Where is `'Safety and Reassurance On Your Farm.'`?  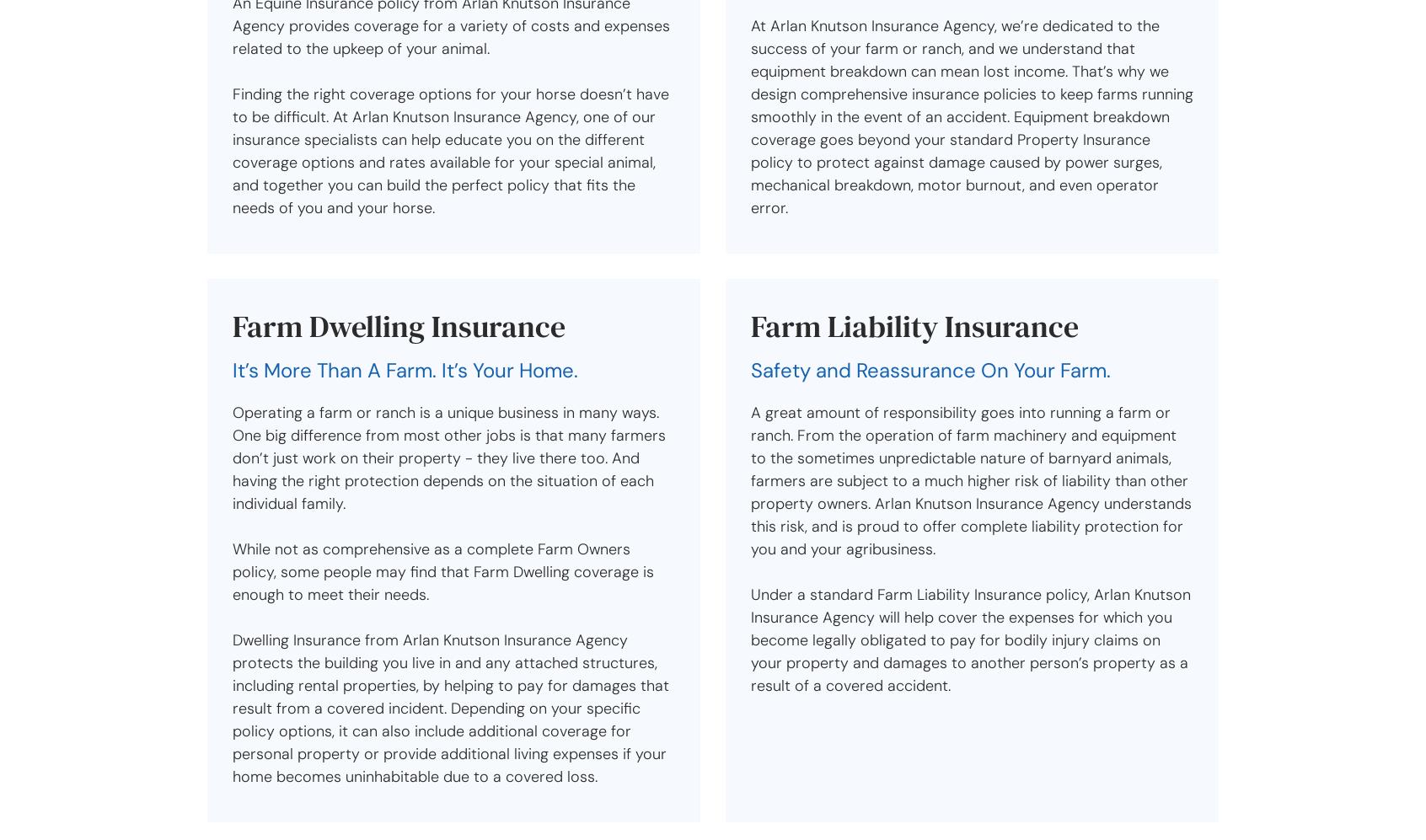 'Safety and Reassurance On Your Farm.' is located at coordinates (750, 369).